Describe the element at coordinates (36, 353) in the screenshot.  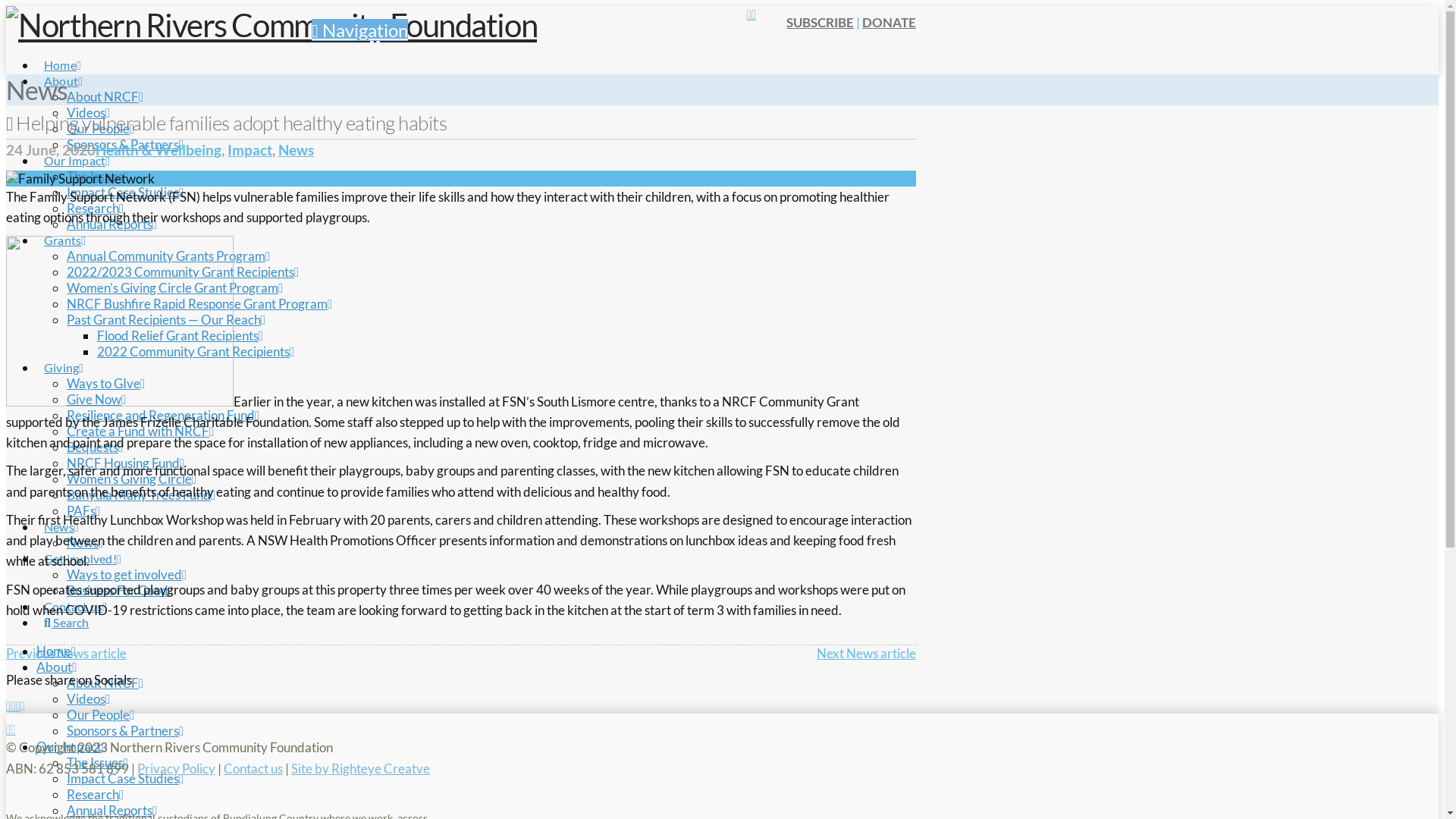
I see `'Giving'` at that location.